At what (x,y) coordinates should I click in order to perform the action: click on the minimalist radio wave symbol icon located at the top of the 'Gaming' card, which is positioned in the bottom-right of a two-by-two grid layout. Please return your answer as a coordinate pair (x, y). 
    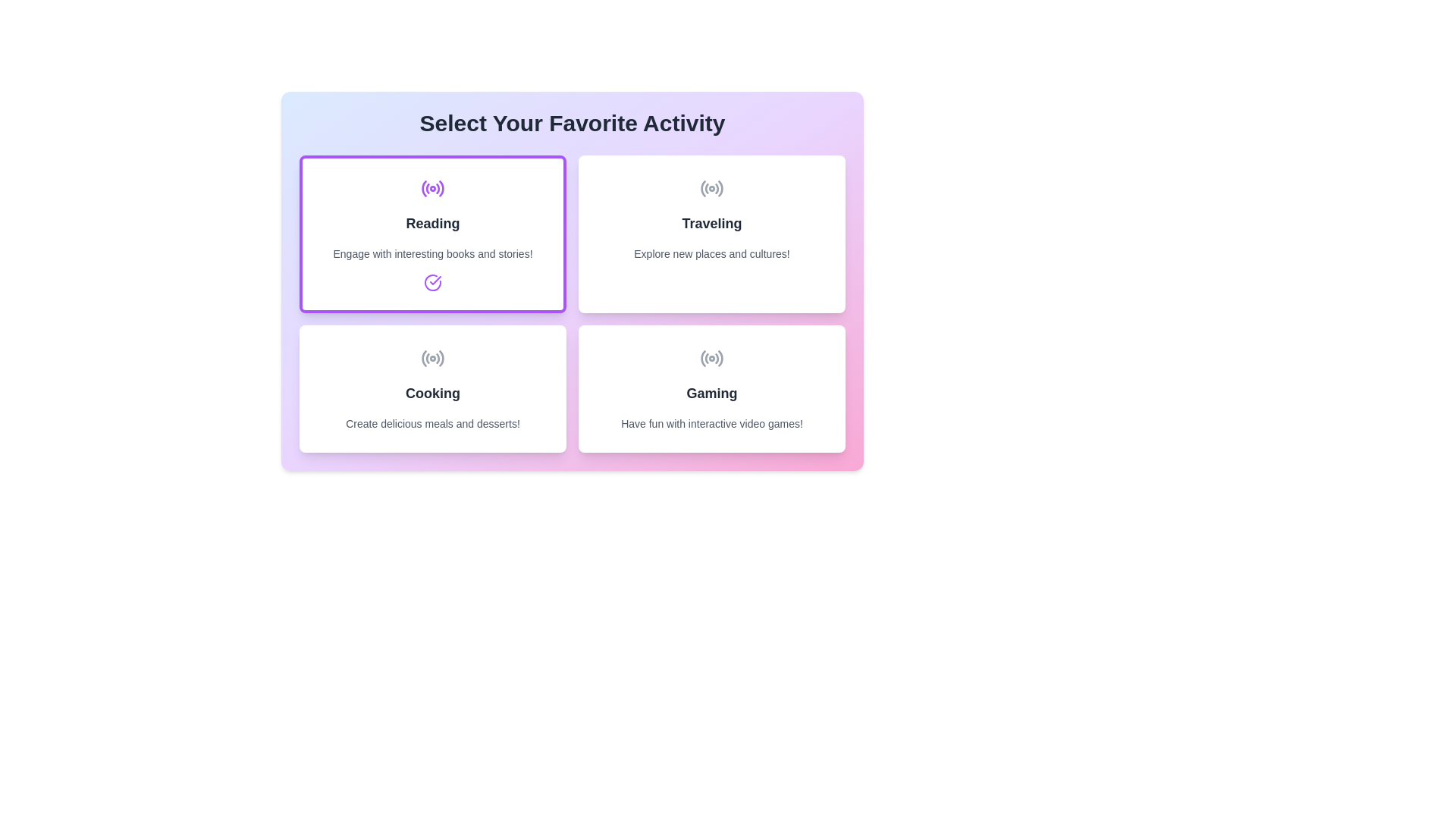
    Looking at the image, I should click on (711, 359).